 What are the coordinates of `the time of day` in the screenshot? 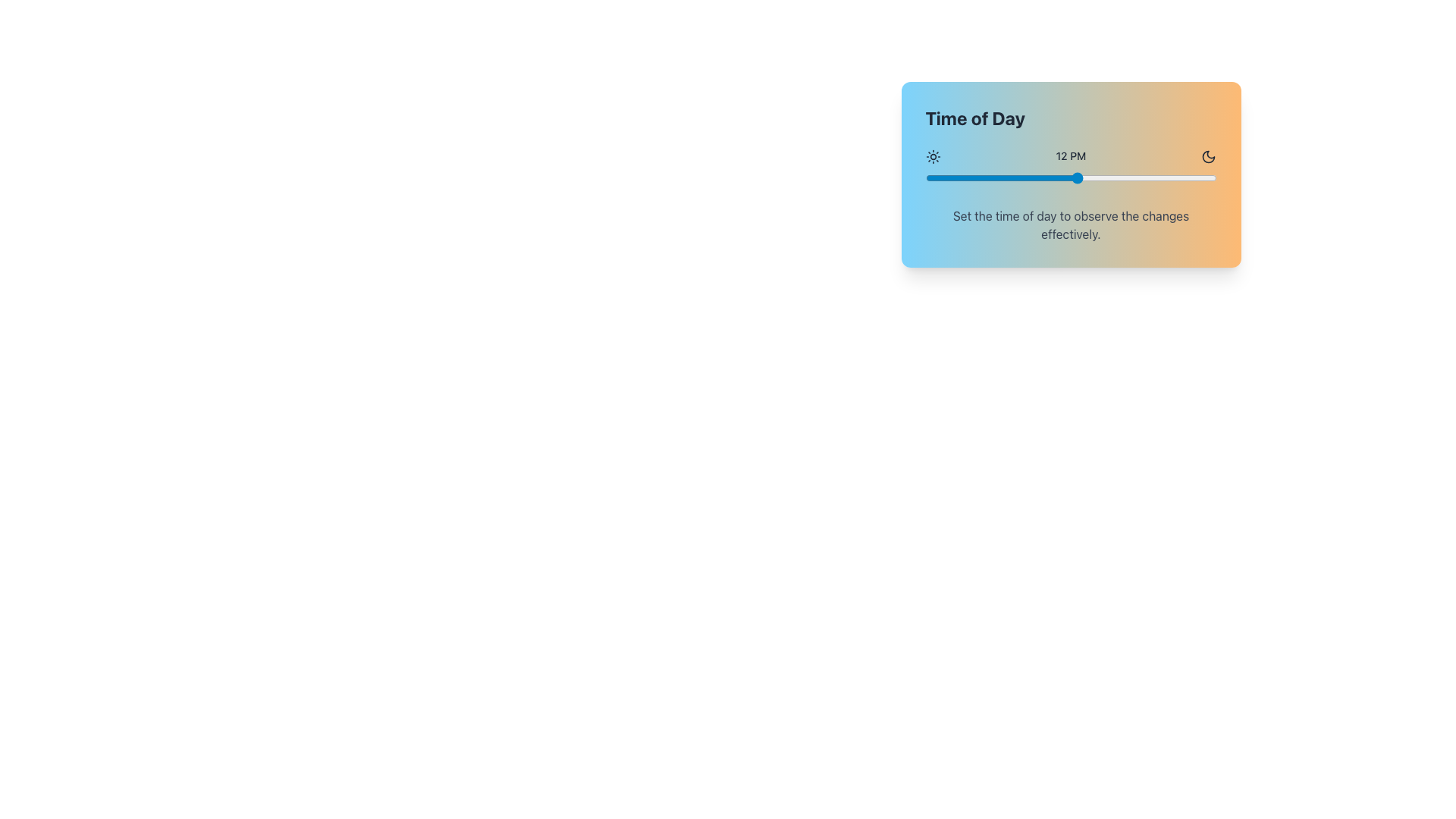 It's located at (949, 177).